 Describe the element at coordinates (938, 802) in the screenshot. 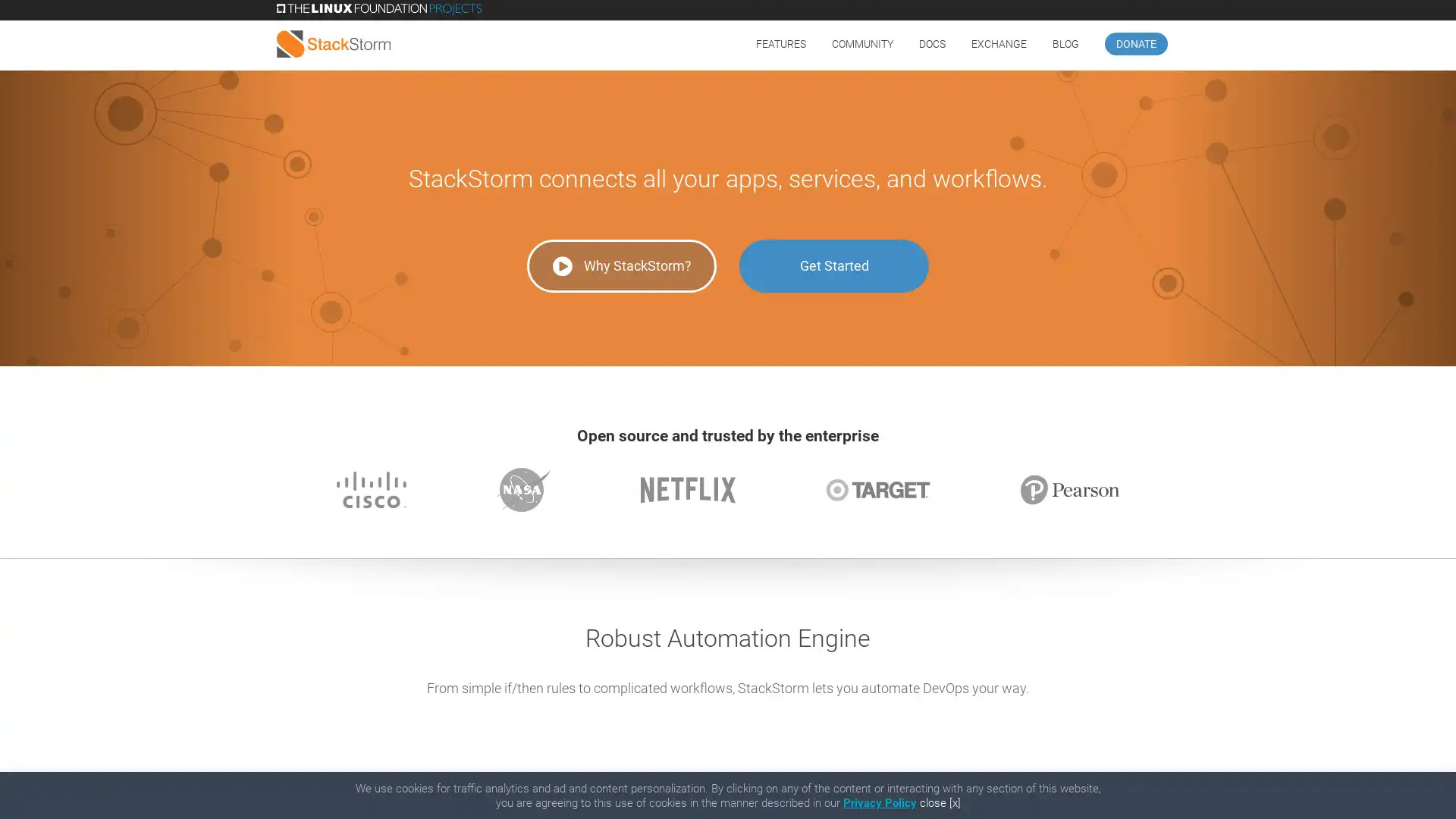

I see `close [x]` at that location.